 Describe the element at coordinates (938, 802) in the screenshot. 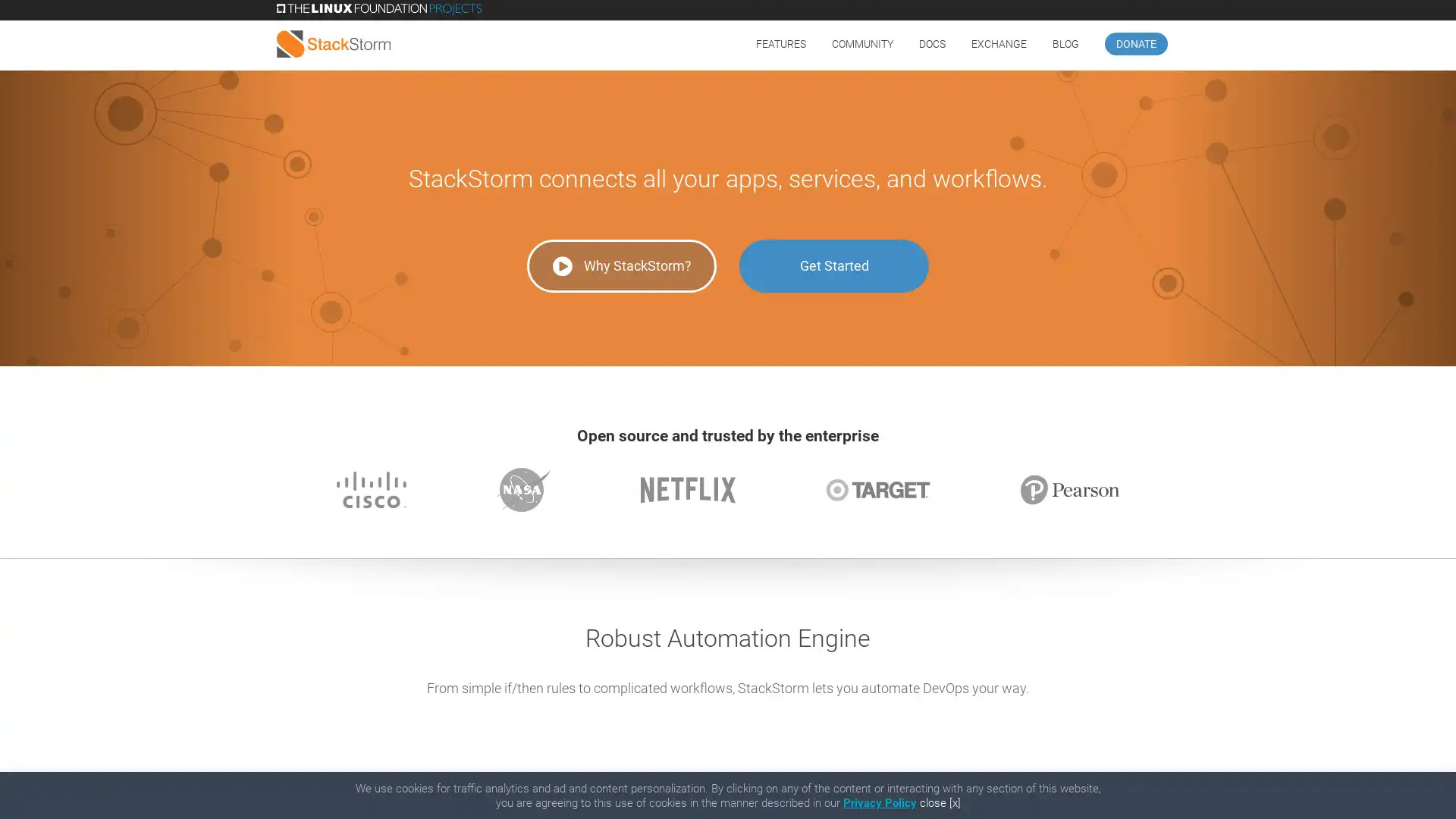

I see `close [x]` at that location.